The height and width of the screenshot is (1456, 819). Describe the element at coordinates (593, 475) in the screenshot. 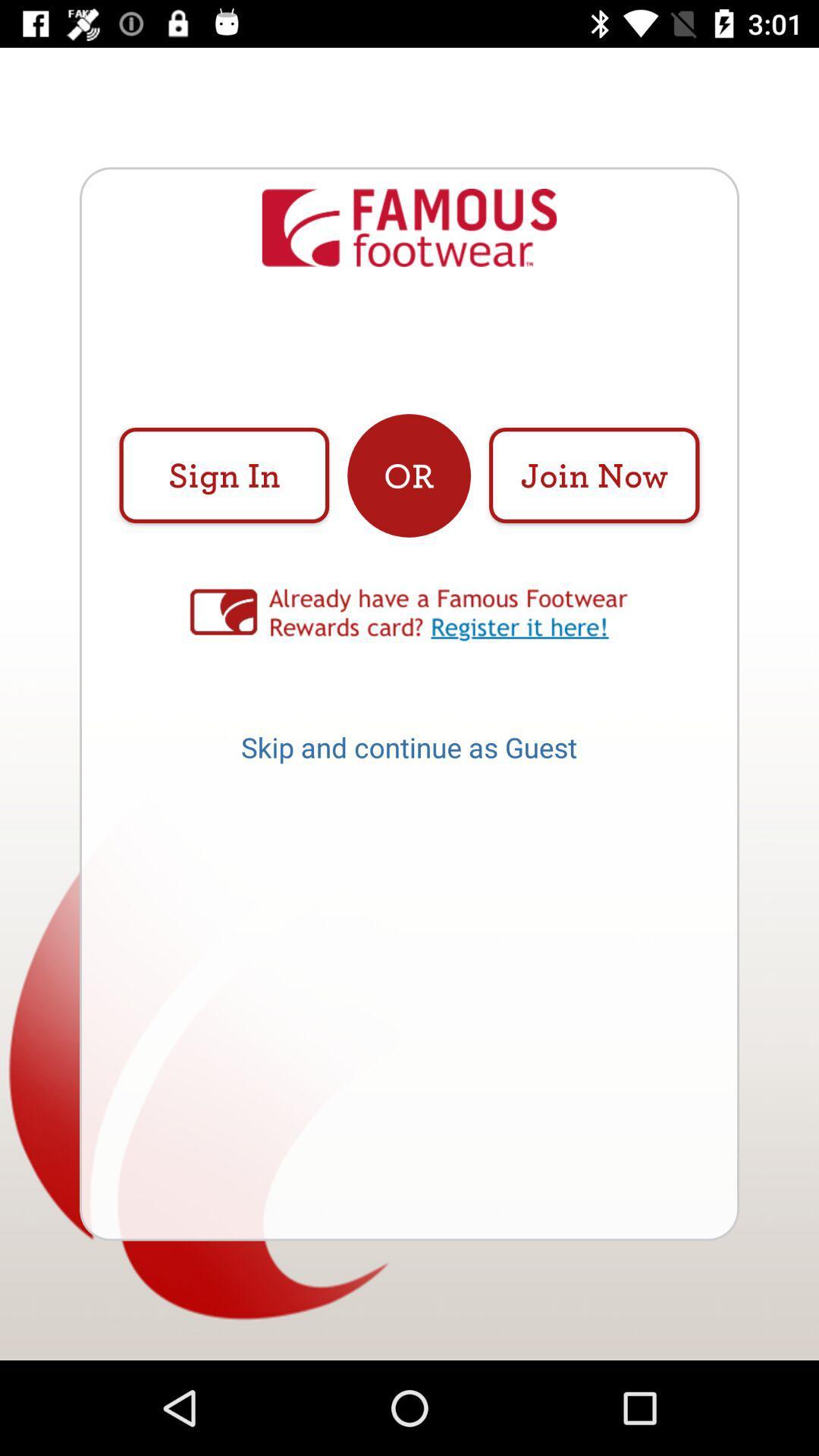

I see `icon next to or item` at that location.